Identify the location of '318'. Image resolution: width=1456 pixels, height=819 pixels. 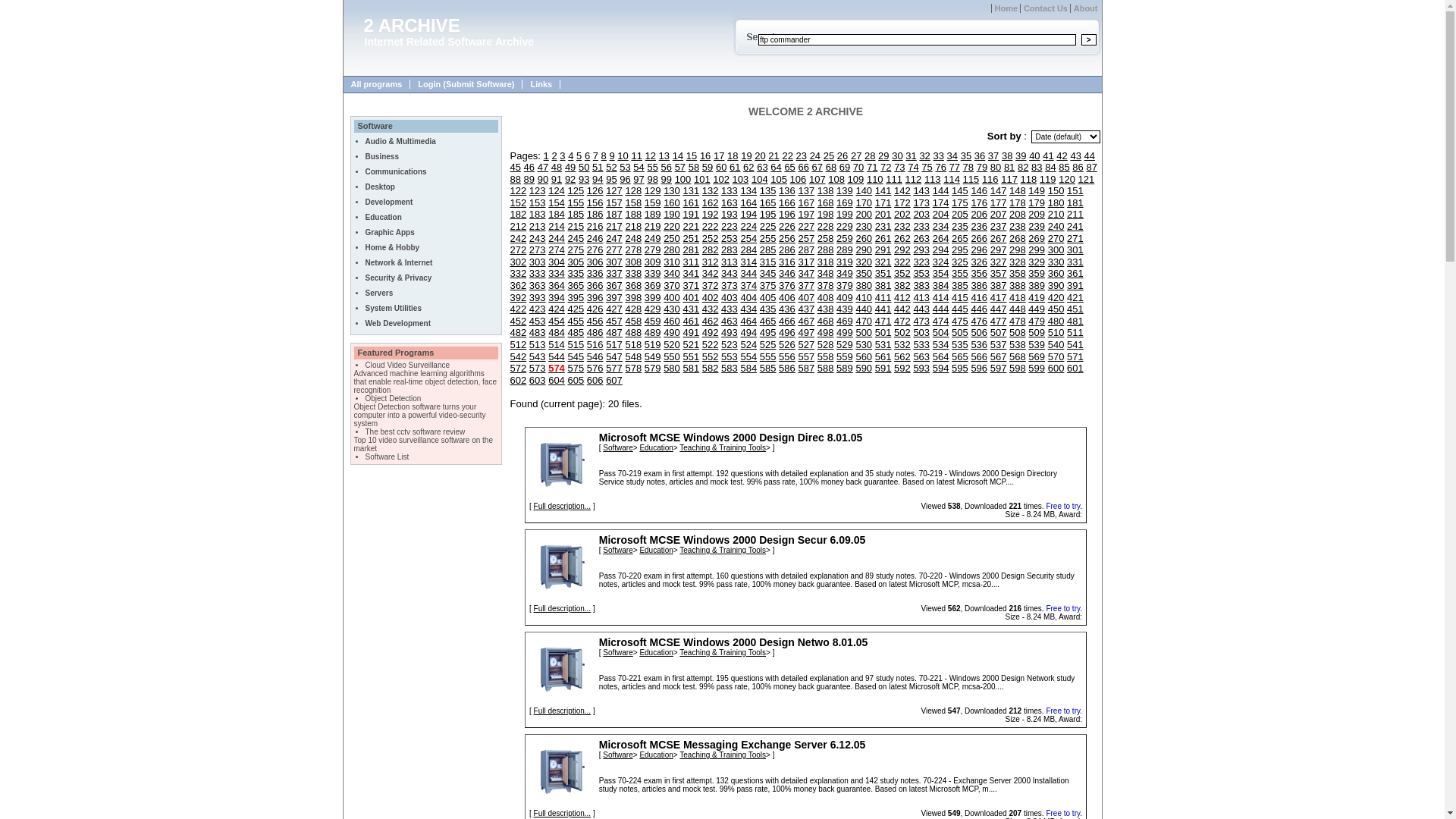
(817, 261).